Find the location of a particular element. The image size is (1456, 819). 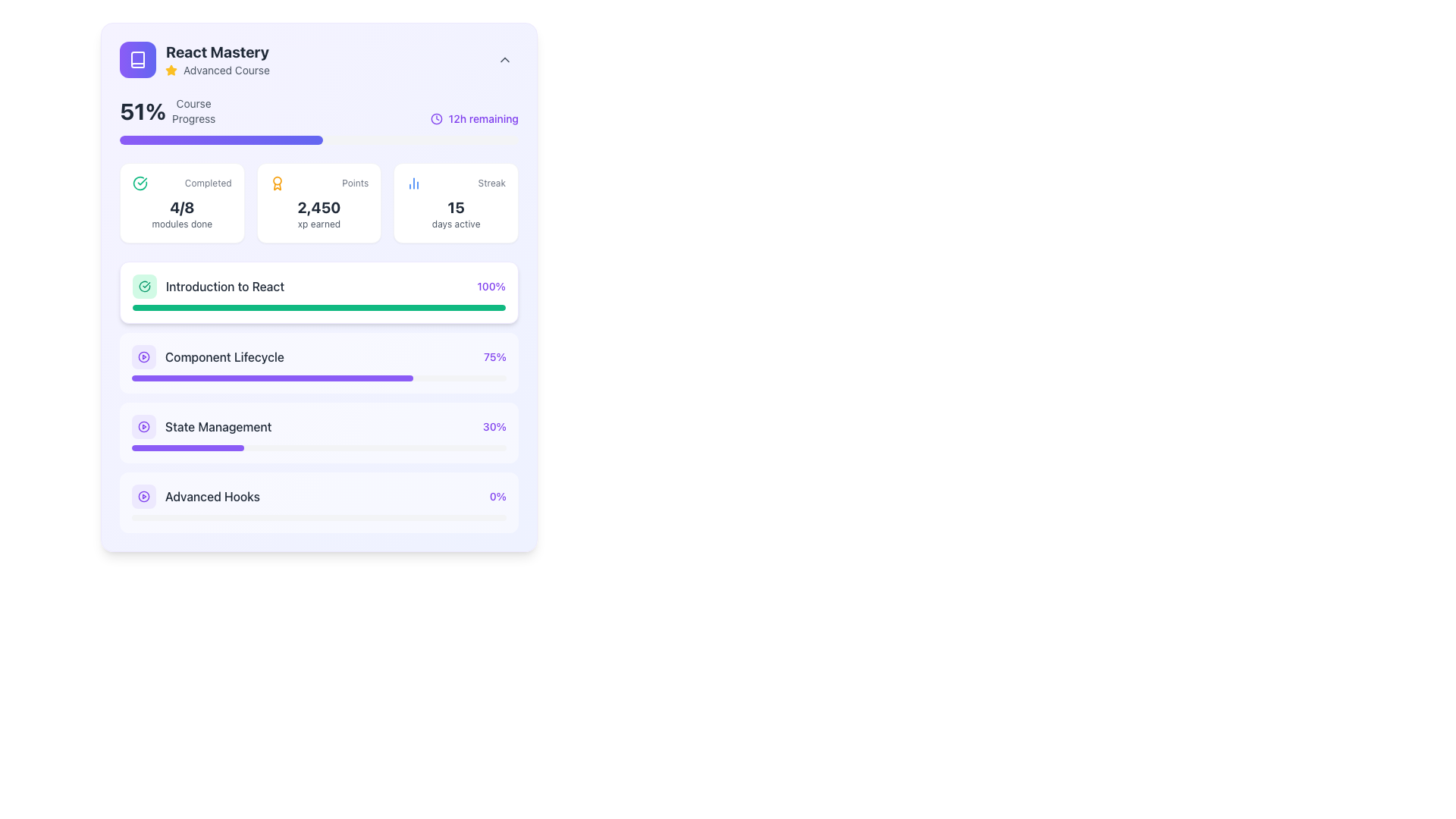

text label that contains 'Component Lifecycle', which is styled in medium weight gray font and positioned above the 'State Management' section in the progress bar display is located at coordinates (224, 356).